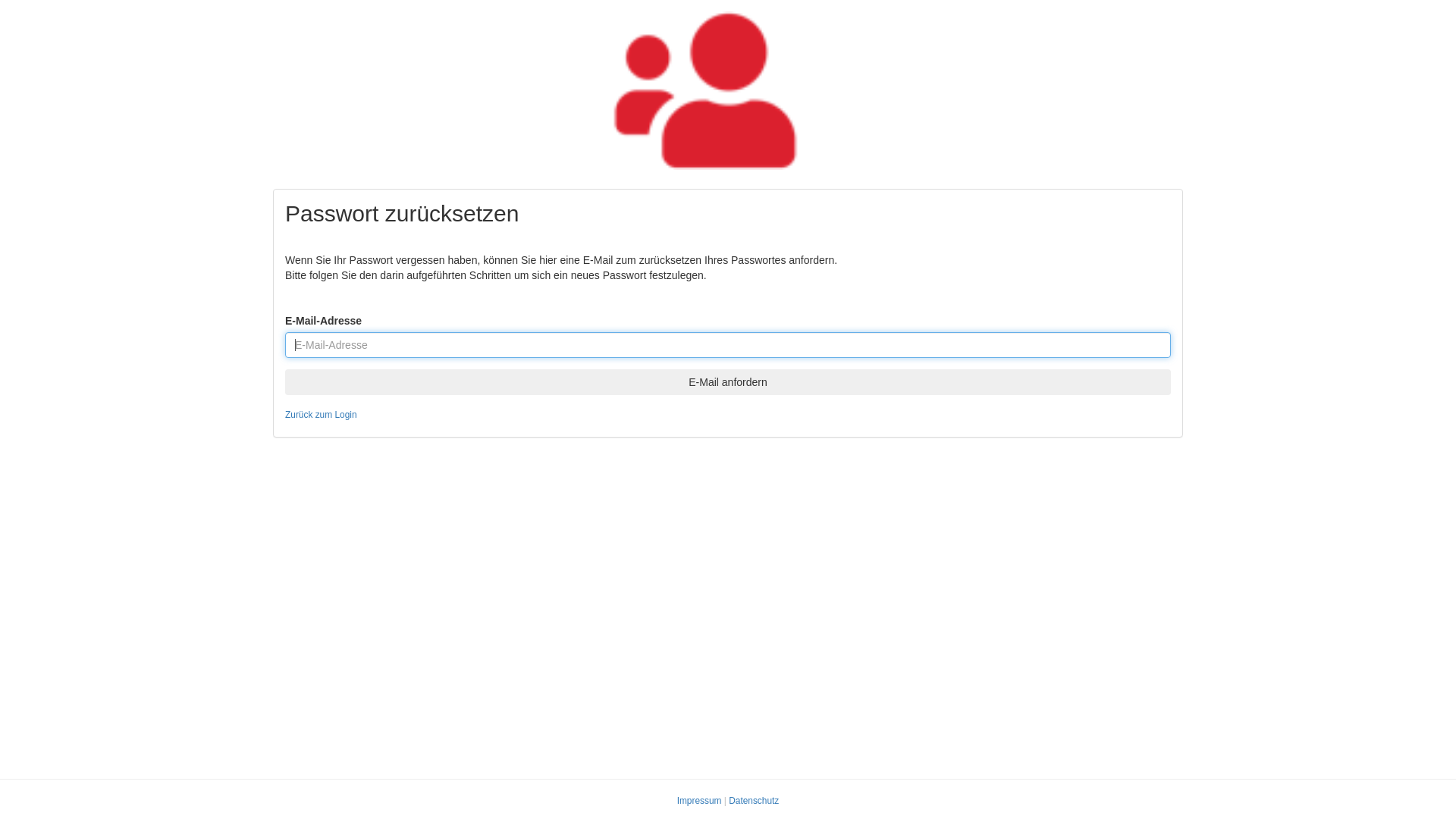 The height and width of the screenshot is (819, 1456). What do you see at coordinates (728, 381) in the screenshot?
I see `'E-Mail anfordern'` at bounding box center [728, 381].